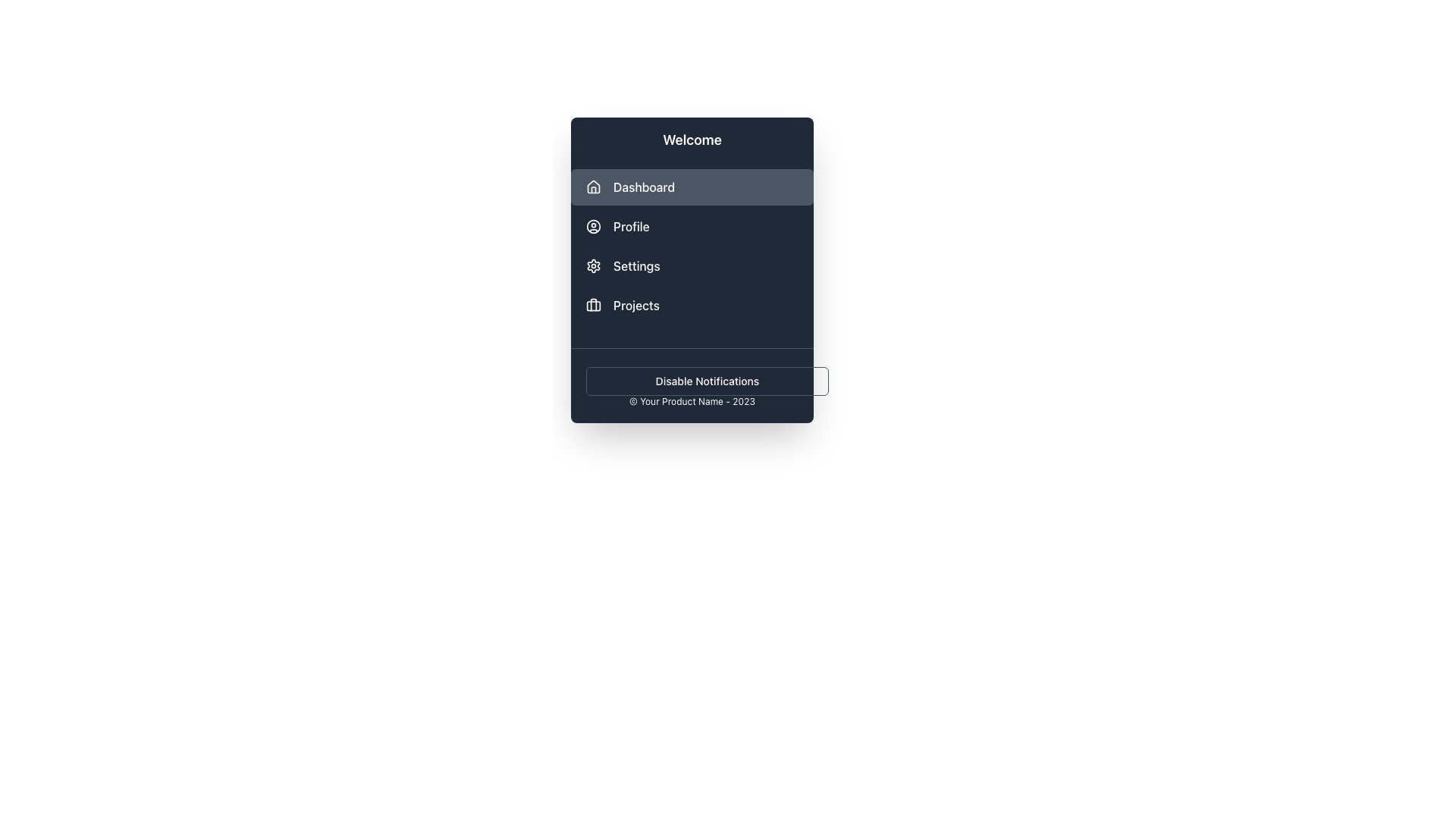 The height and width of the screenshot is (819, 1456). I want to click on the 'Home' icon, which is a graphical representation of a house structure located at the top of the menu section under the 'Dashboard' label, so click(592, 186).